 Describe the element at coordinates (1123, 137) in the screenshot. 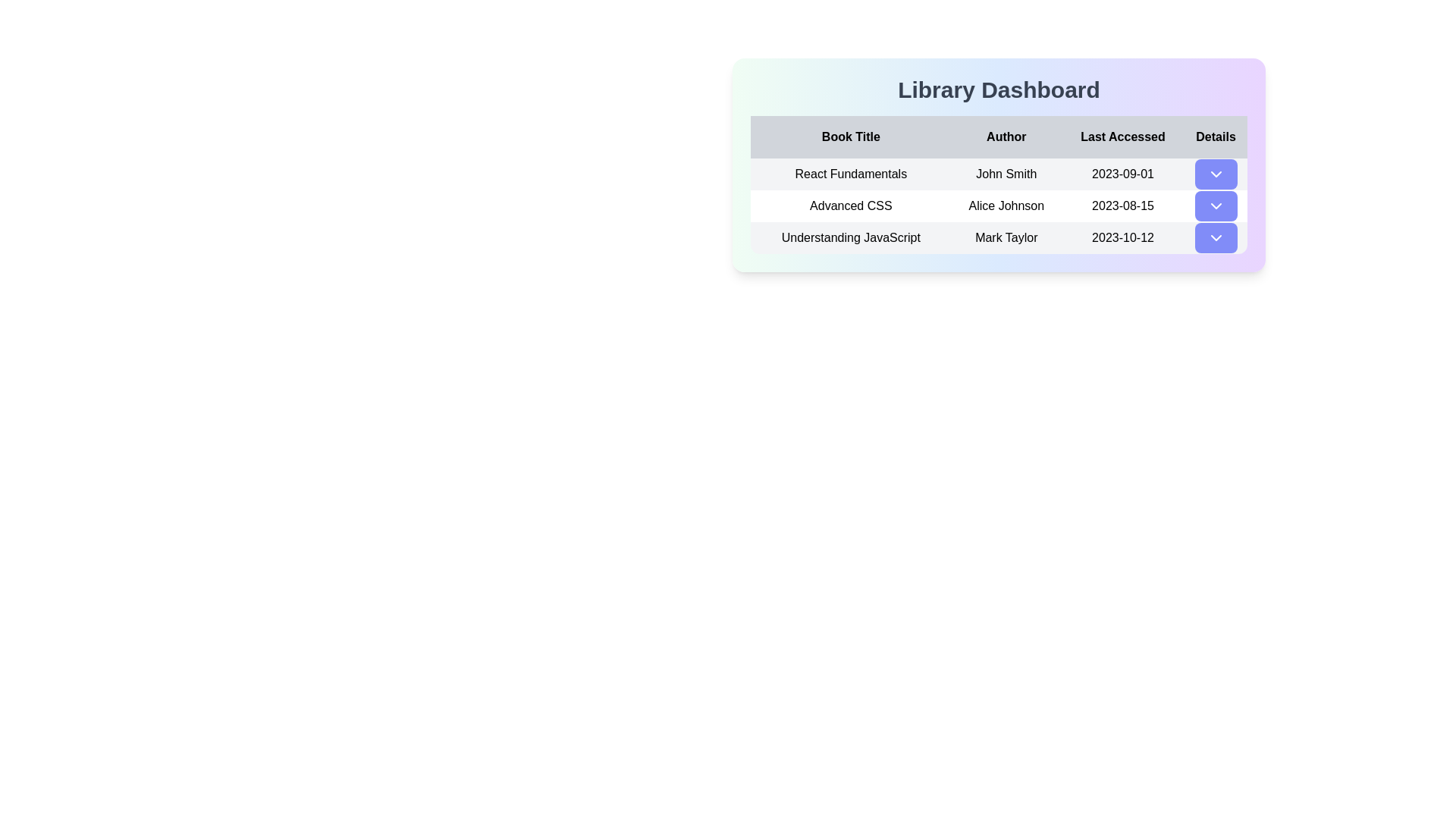

I see `the 'Last Accessed' table header label, which is positioned in the third column of the table, between the 'Author' and 'Details' columns` at that location.